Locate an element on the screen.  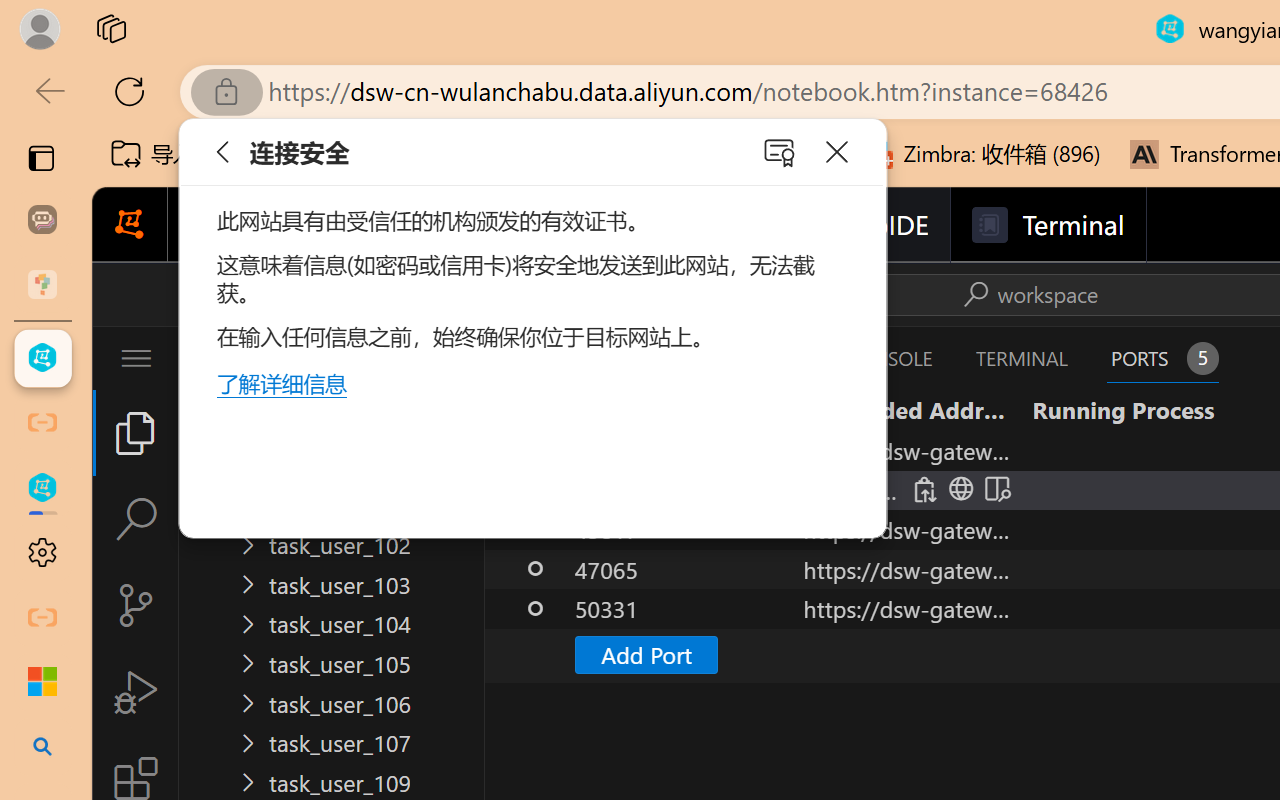
'Ports - 5 forwarded ports Ports - 5 forwarded ports' is located at coordinates (1162, 358).